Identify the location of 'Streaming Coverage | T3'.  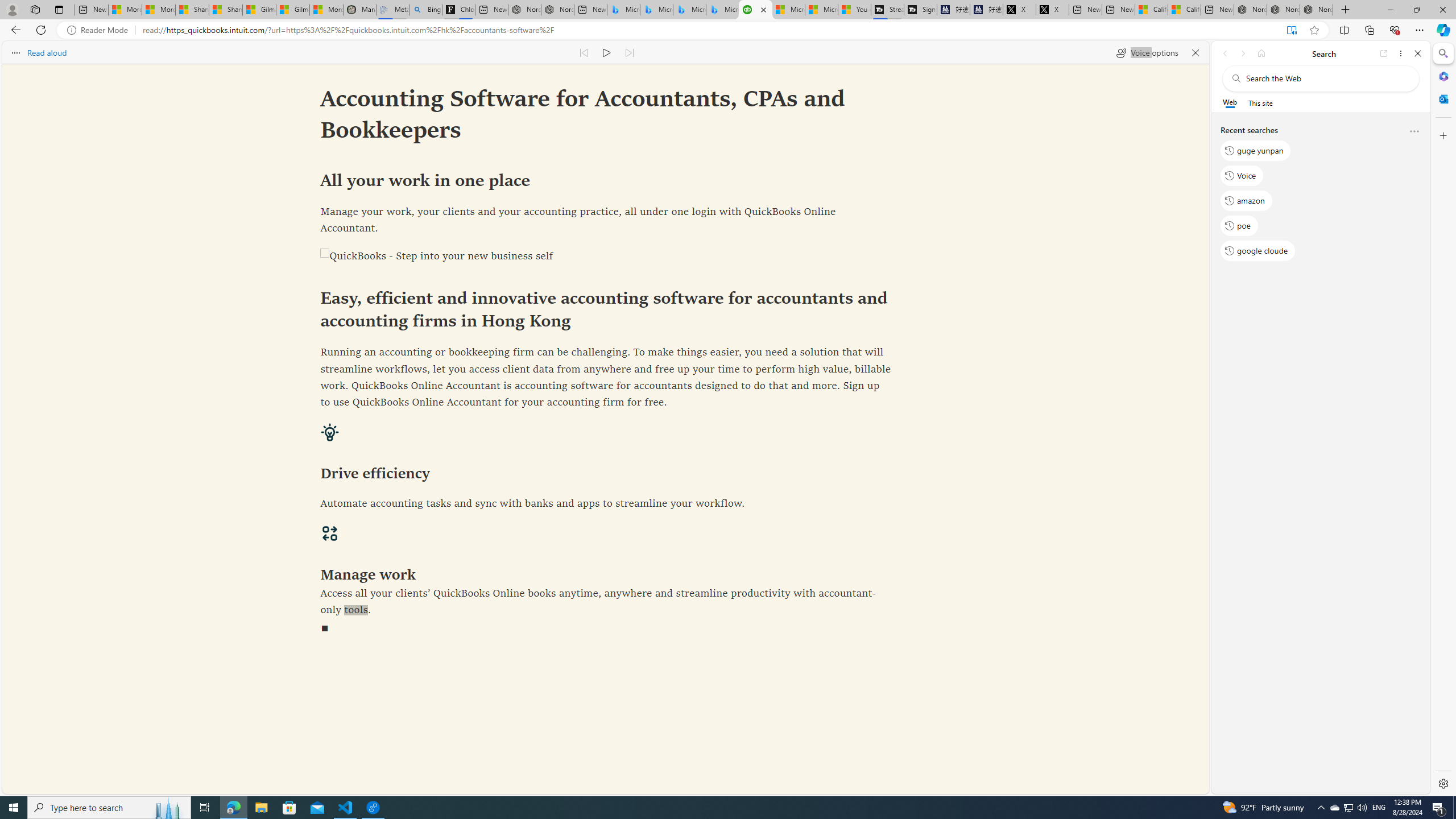
(887, 9).